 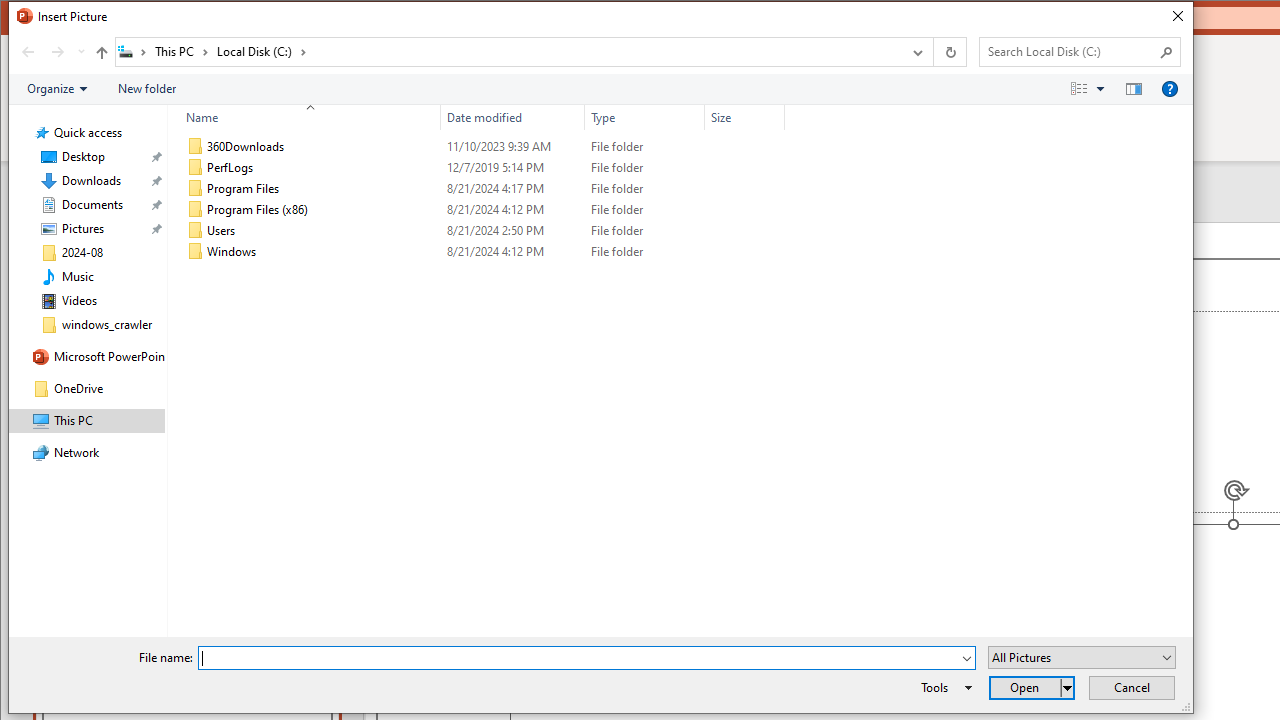 I want to click on 'Tools', so click(x=942, y=686).